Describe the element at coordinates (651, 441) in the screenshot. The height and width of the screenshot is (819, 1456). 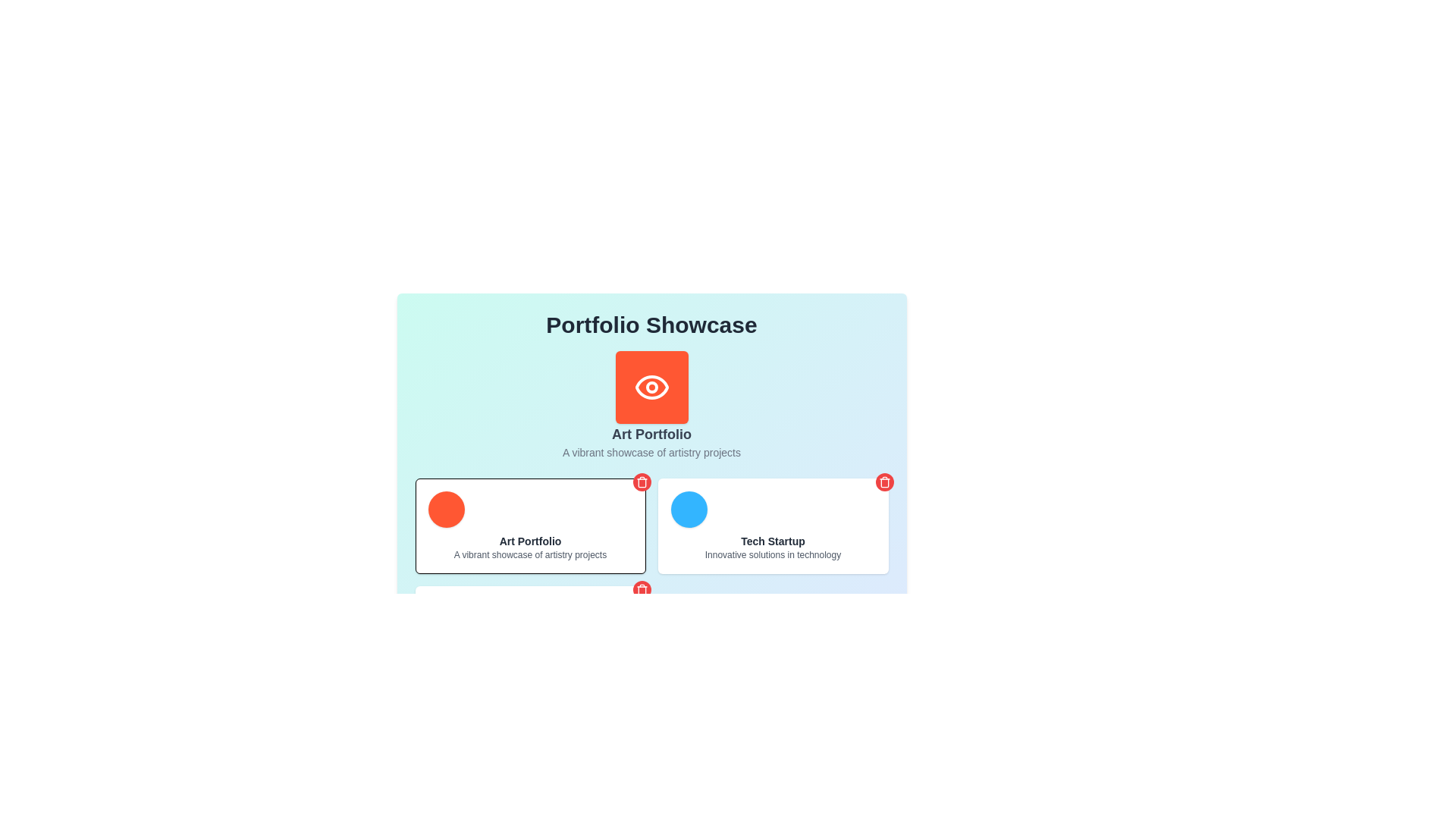
I see `the Text block that serves as a descriptive label for a section or component, providing a title and subtitle, located near the center of the interface beneath a circular icon with an eye symbol` at that location.